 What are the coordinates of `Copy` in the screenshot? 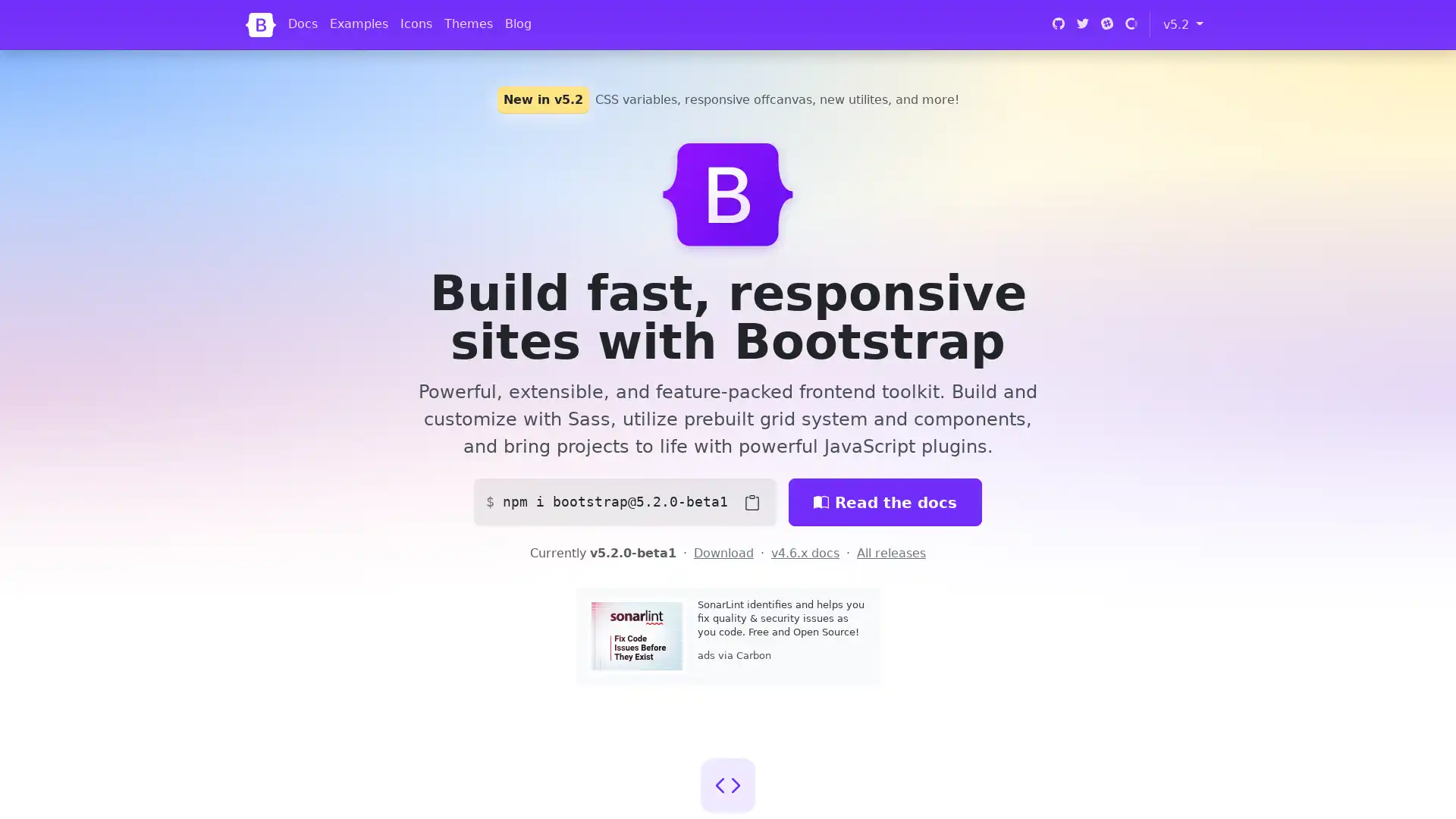 It's located at (752, 501).